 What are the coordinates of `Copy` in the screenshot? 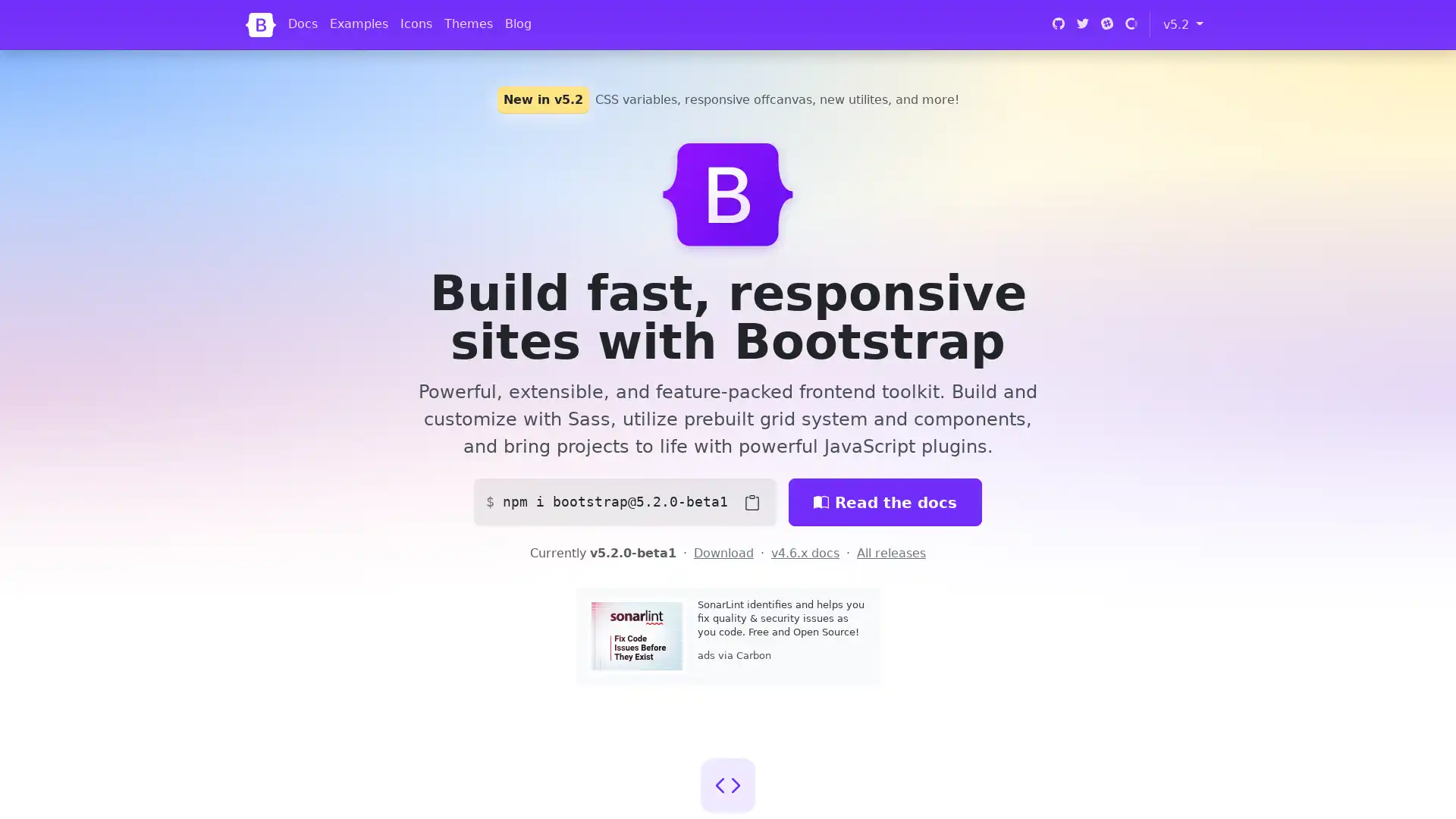 It's located at (752, 501).